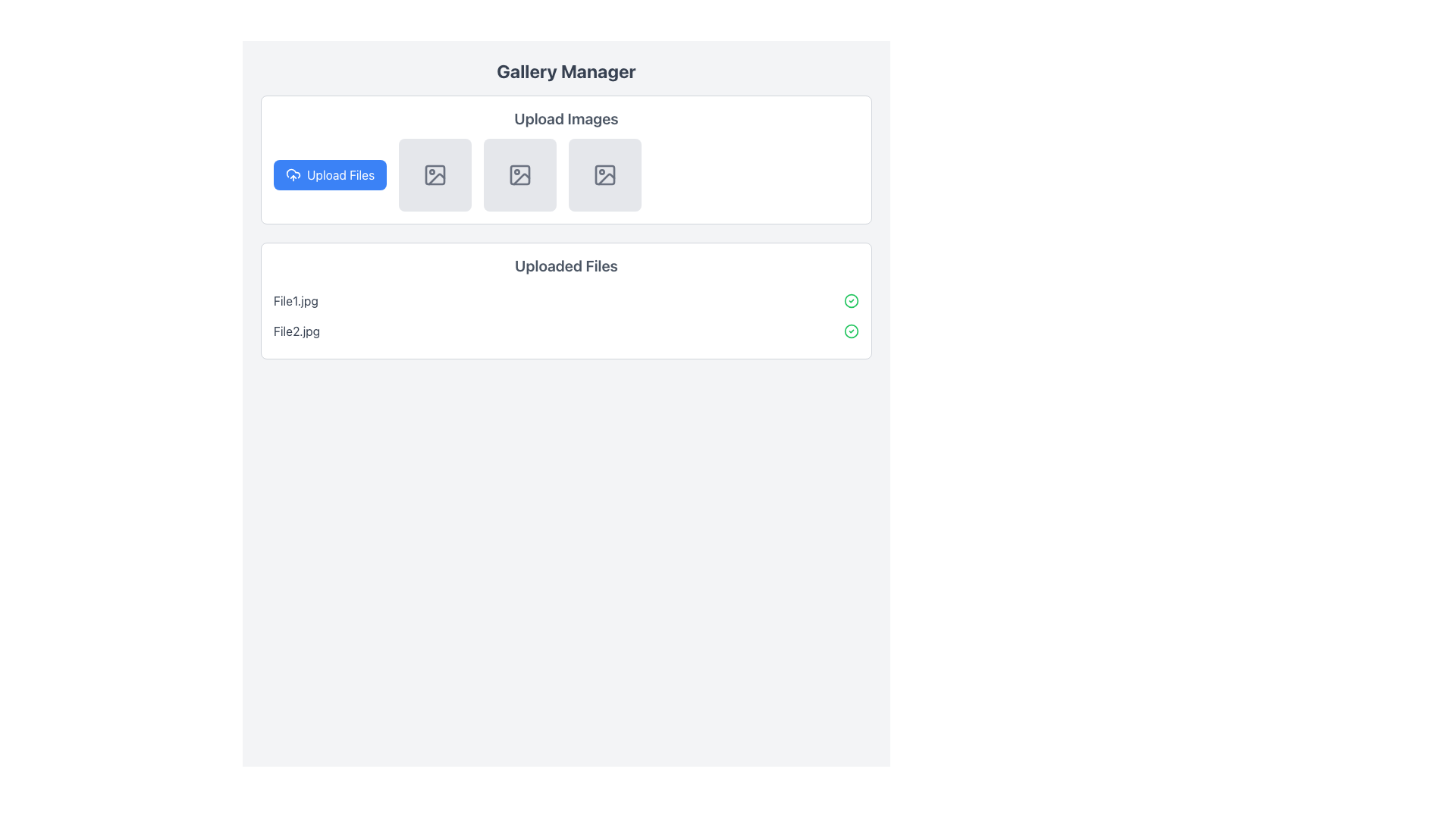  I want to click on the Icon Button for uploading or selecting an image, located as the third element under the 'Upload Images' section, so click(604, 174).